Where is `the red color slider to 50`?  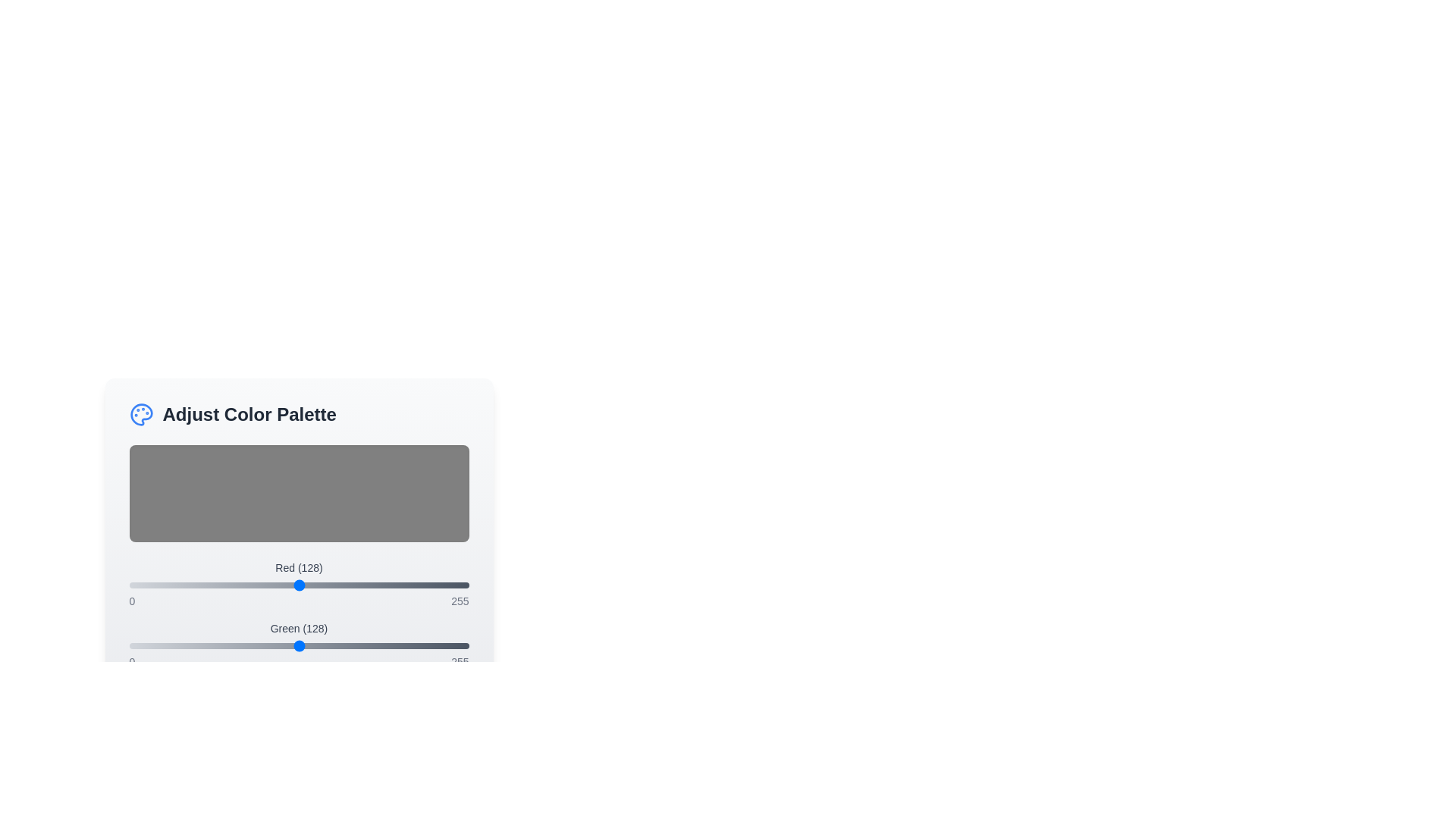 the red color slider to 50 is located at coordinates (195, 584).